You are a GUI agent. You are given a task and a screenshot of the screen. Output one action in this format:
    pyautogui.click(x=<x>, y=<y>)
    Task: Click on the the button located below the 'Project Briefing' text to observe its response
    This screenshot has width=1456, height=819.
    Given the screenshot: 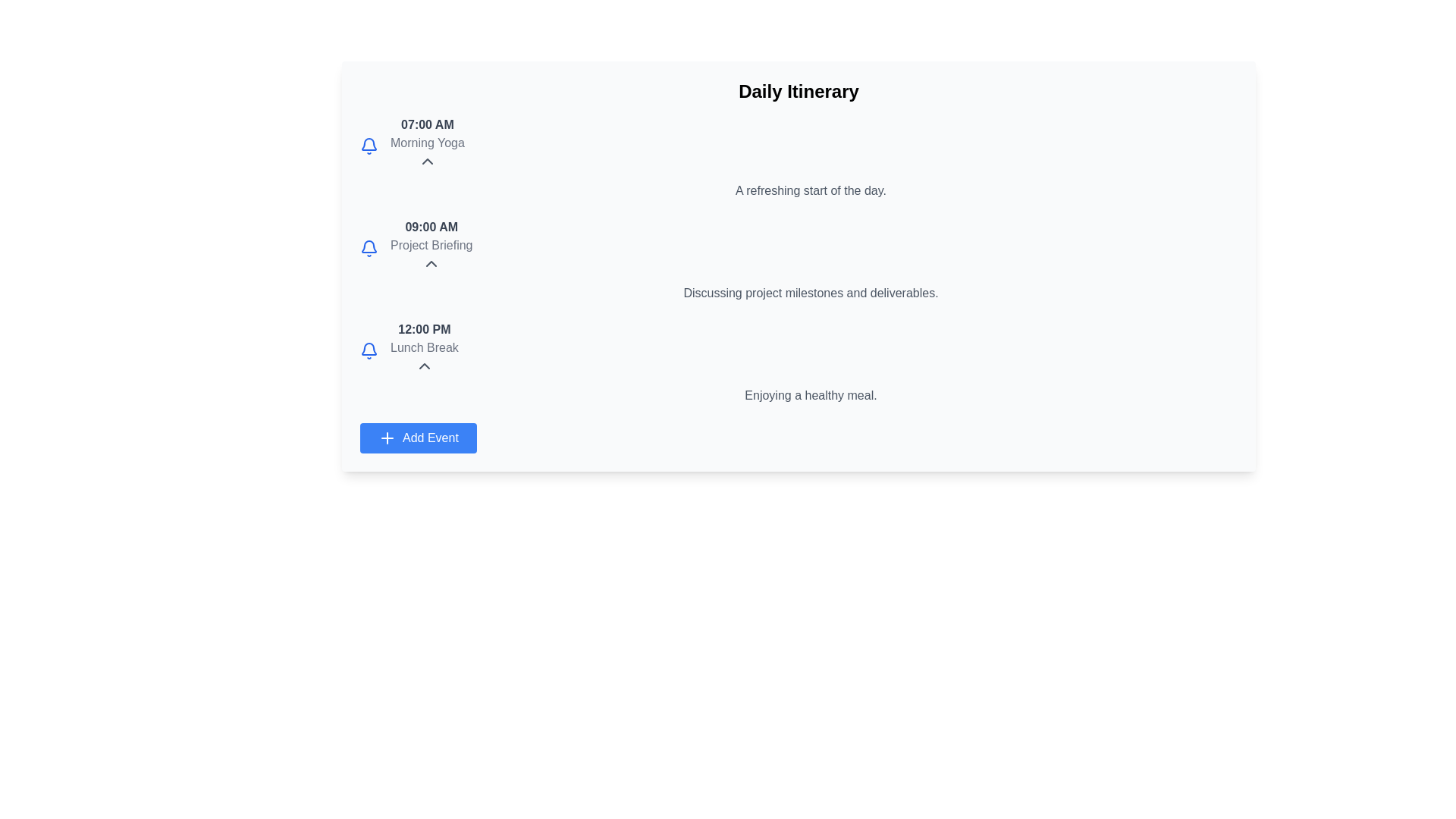 What is the action you would take?
    pyautogui.click(x=431, y=262)
    